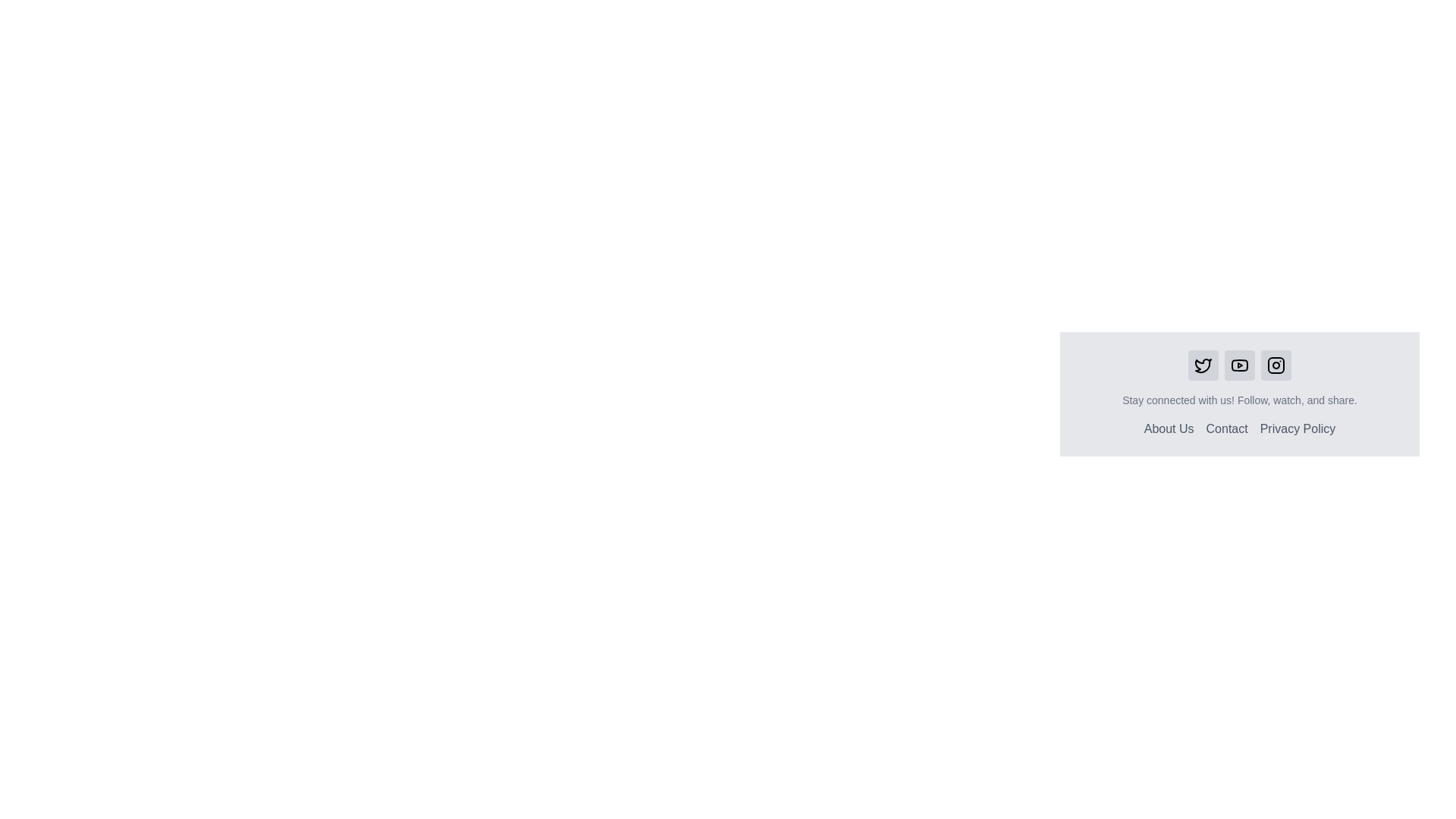  What do you see at coordinates (1240, 394) in the screenshot?
I see `the Twitter, YouTube, or Instagram social media icons in the composite component` at bounding box center [1240, 394].